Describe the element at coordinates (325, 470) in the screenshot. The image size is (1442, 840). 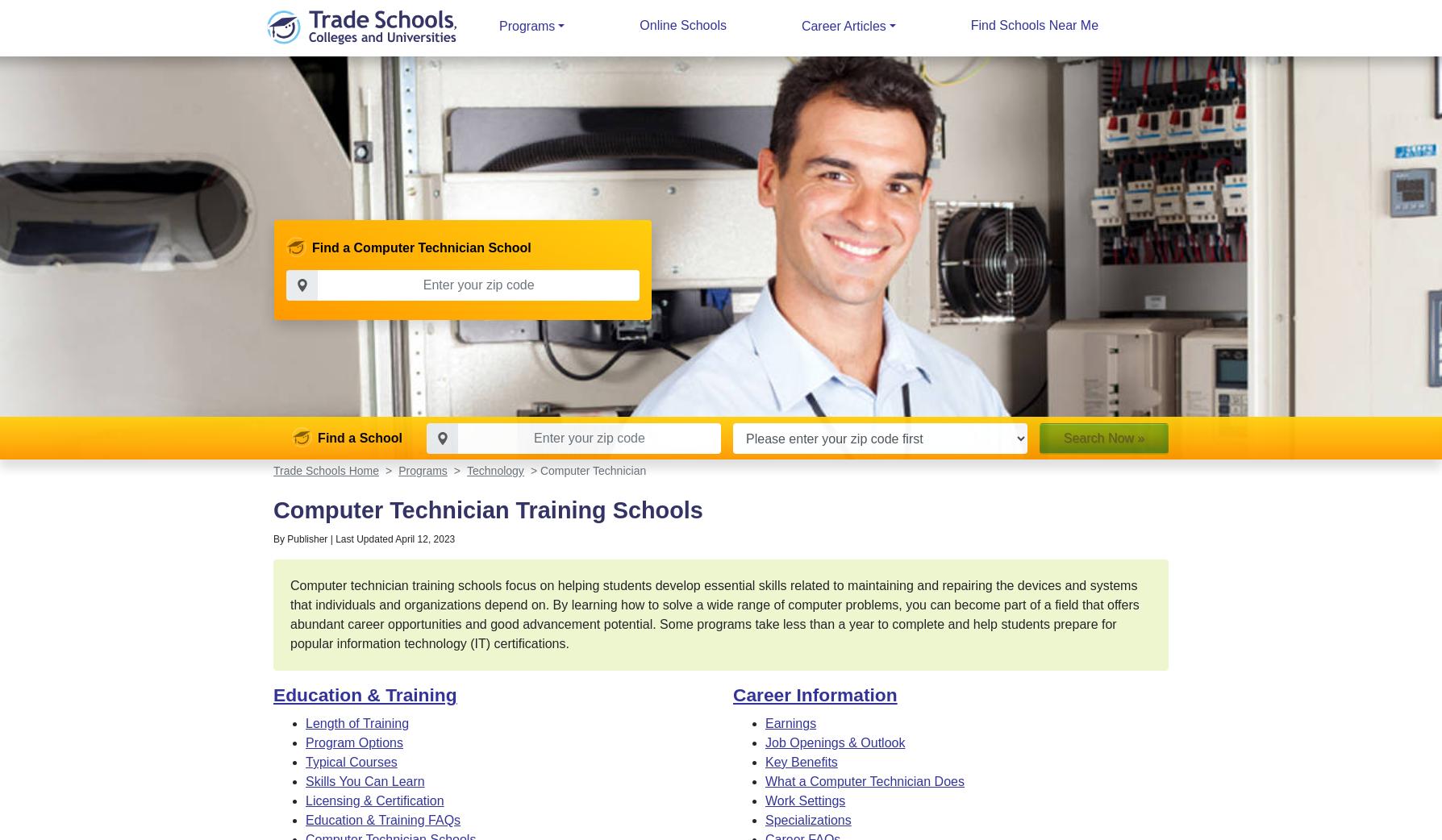
I see `'Trade Schools Home'` at that location.